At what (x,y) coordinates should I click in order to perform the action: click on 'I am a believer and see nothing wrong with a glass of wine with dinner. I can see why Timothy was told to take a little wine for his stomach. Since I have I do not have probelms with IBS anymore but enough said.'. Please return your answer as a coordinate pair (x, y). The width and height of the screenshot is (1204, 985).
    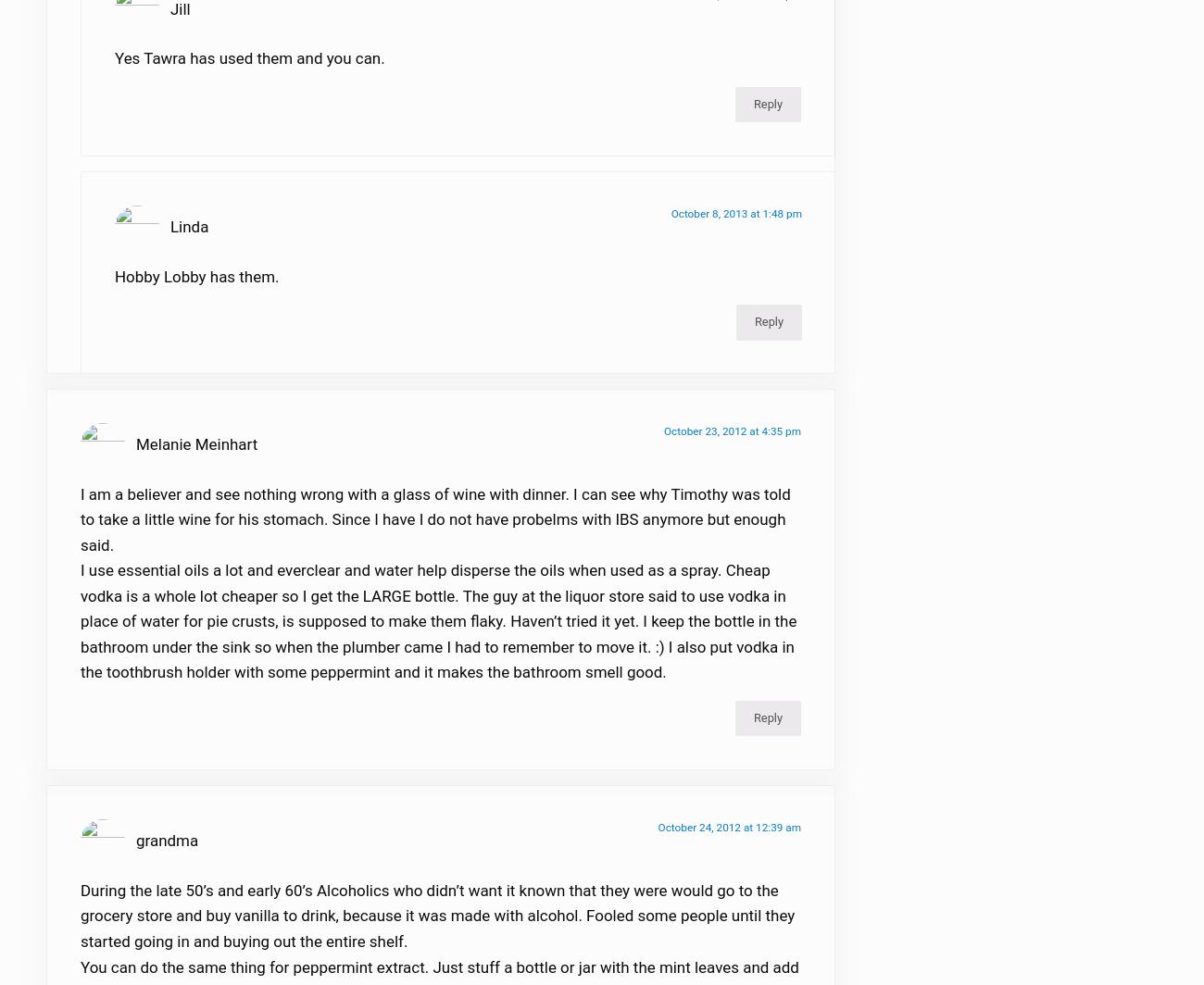
    Looking at the image, I should click on (433, 530).